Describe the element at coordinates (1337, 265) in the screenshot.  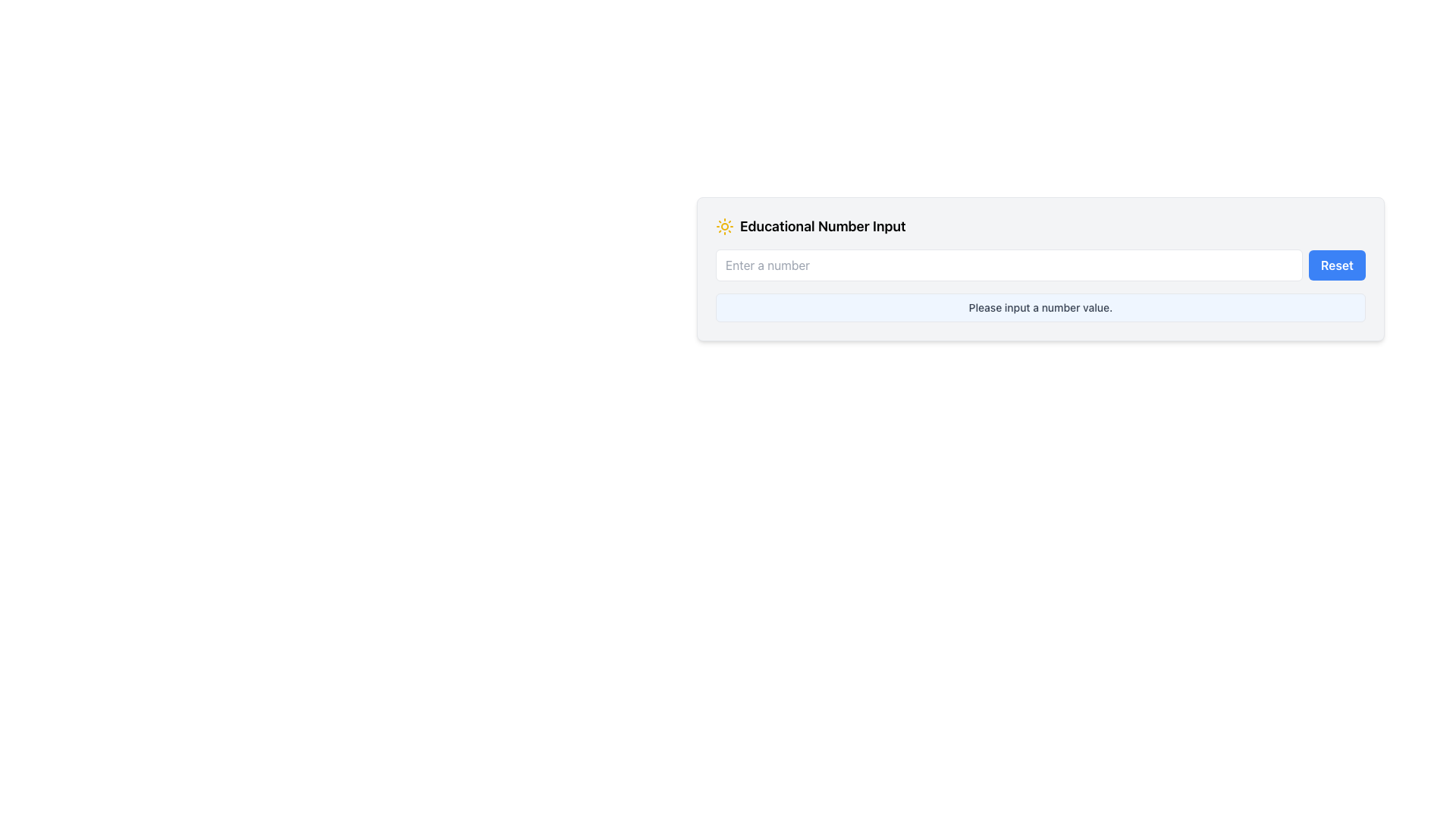
I see `the 'Reset' button, which is a rectangular button with rounded corners, displaying bold white text on a bright blue background, located in the upper-middle area of the interface, next to a text input field` at that location.